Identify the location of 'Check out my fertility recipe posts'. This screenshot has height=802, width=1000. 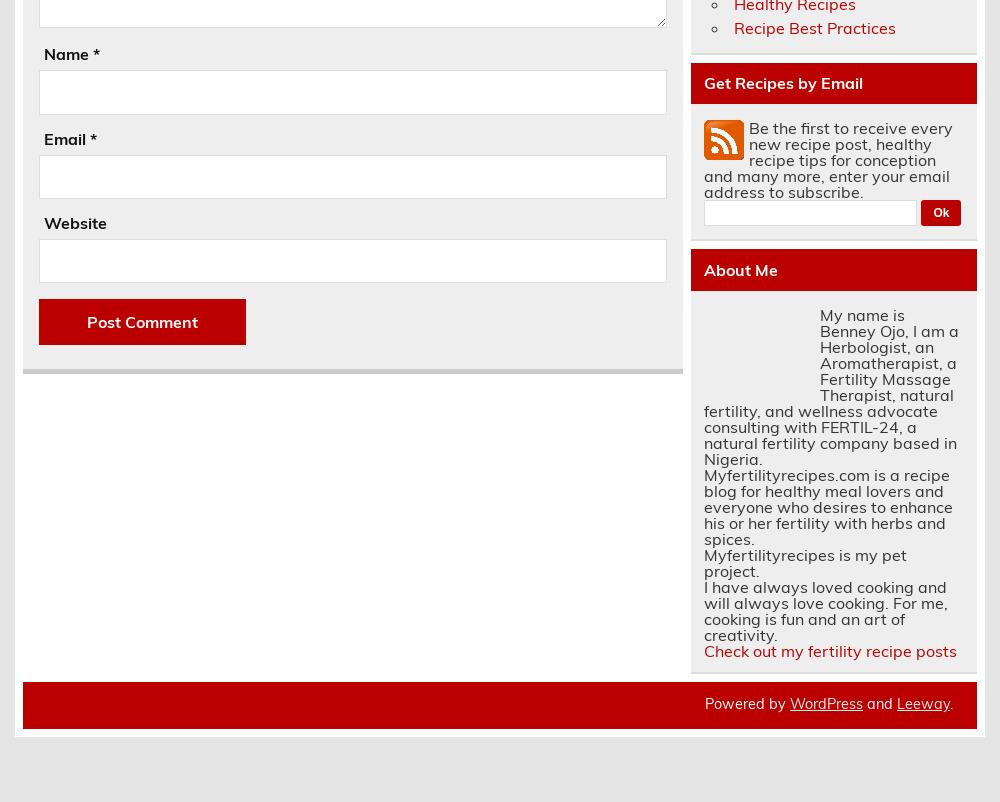
(828, 650).